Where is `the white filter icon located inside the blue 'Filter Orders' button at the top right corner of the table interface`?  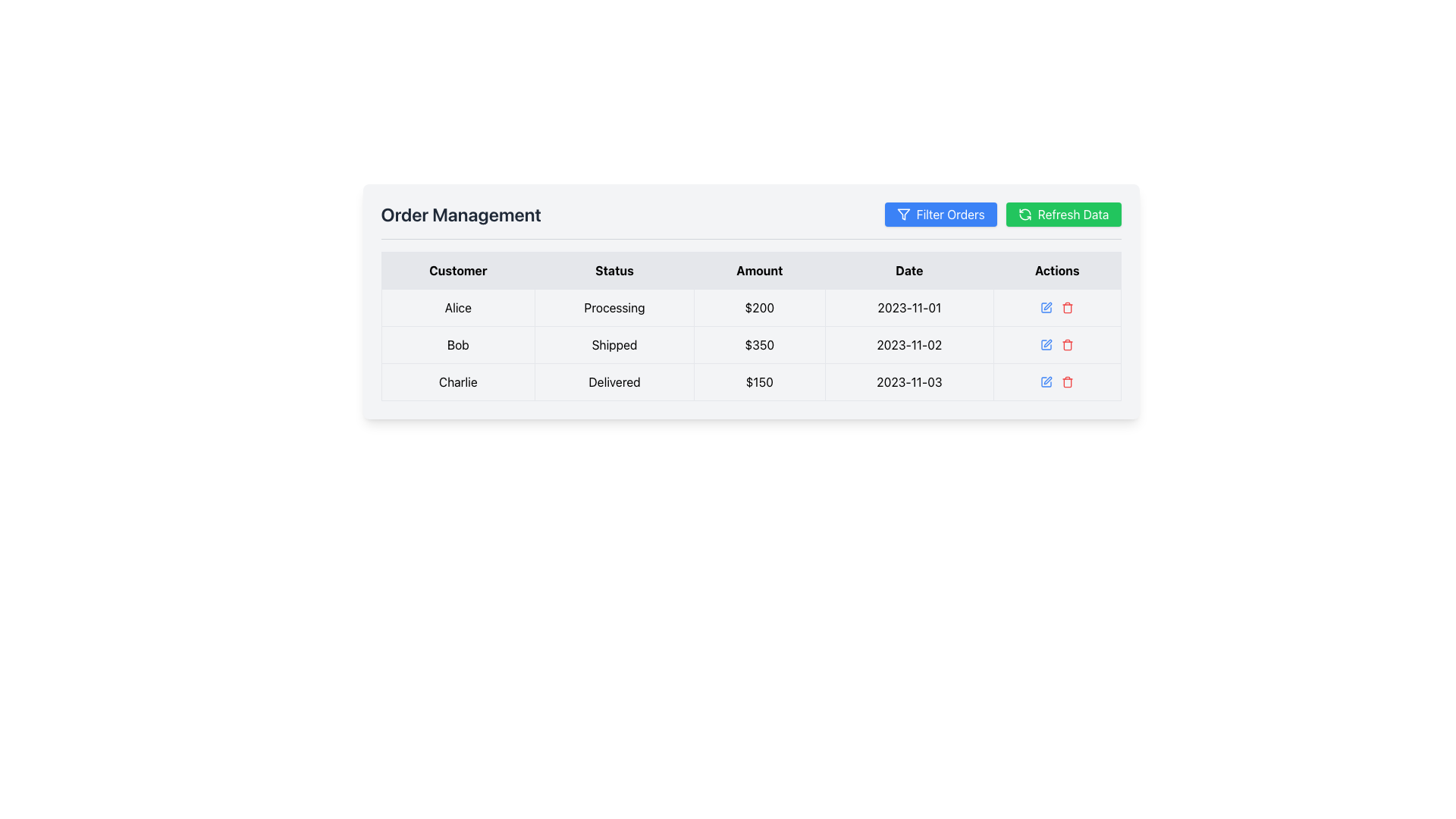 the white filter icon located inside the blue 'Filter Orders' button at the top right corner of the table interface is located at coordinates (903, 214).